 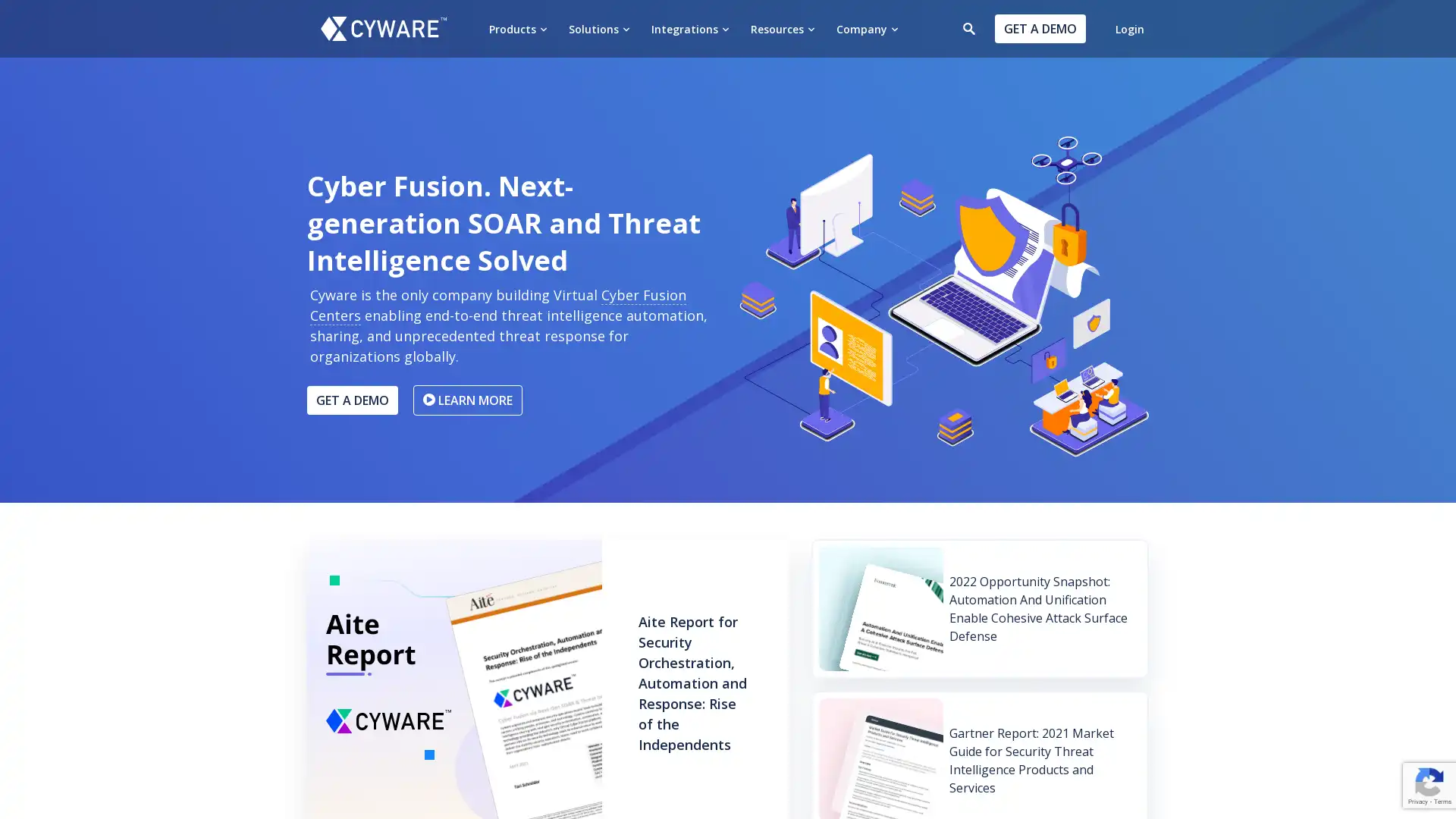 I want to click on GET A DEMO, so click(x=1040, y=29).